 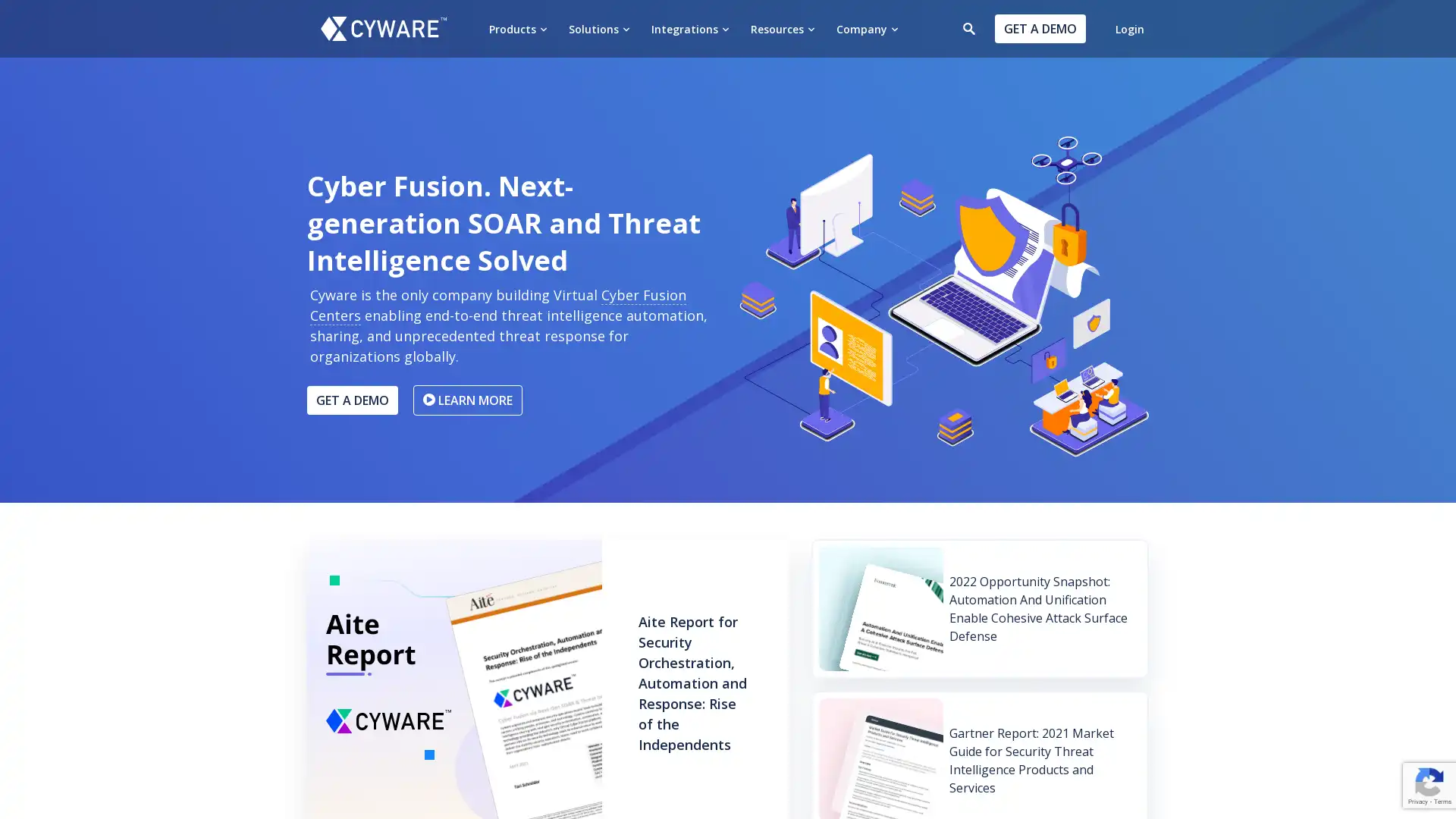 I want to click on GET A DEMO, so click(x=1040, y=29).